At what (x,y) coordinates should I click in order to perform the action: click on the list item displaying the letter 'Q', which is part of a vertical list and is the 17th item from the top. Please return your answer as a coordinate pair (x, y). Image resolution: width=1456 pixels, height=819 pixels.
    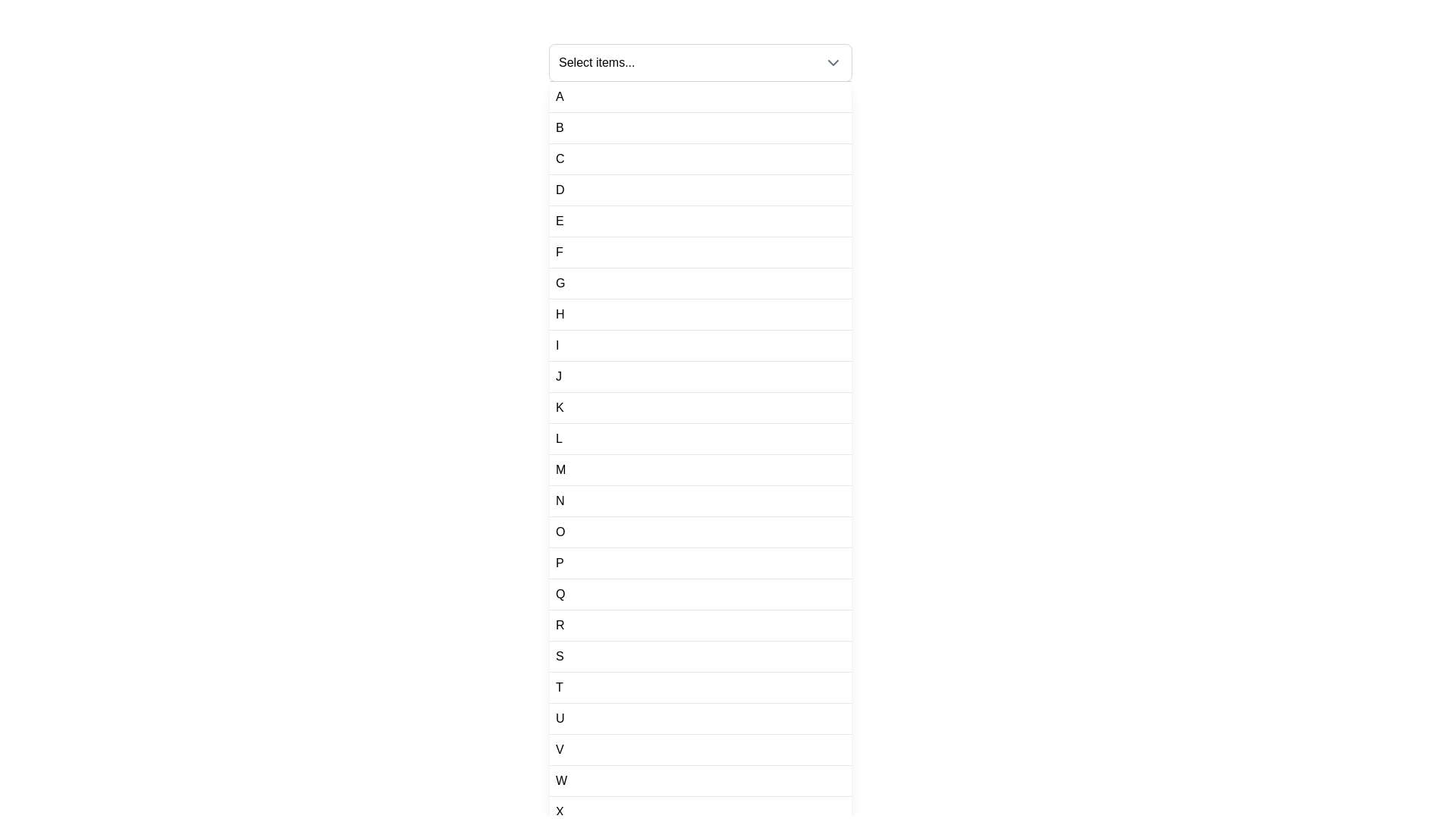
    Looking at the image, I should click on (700, 594).